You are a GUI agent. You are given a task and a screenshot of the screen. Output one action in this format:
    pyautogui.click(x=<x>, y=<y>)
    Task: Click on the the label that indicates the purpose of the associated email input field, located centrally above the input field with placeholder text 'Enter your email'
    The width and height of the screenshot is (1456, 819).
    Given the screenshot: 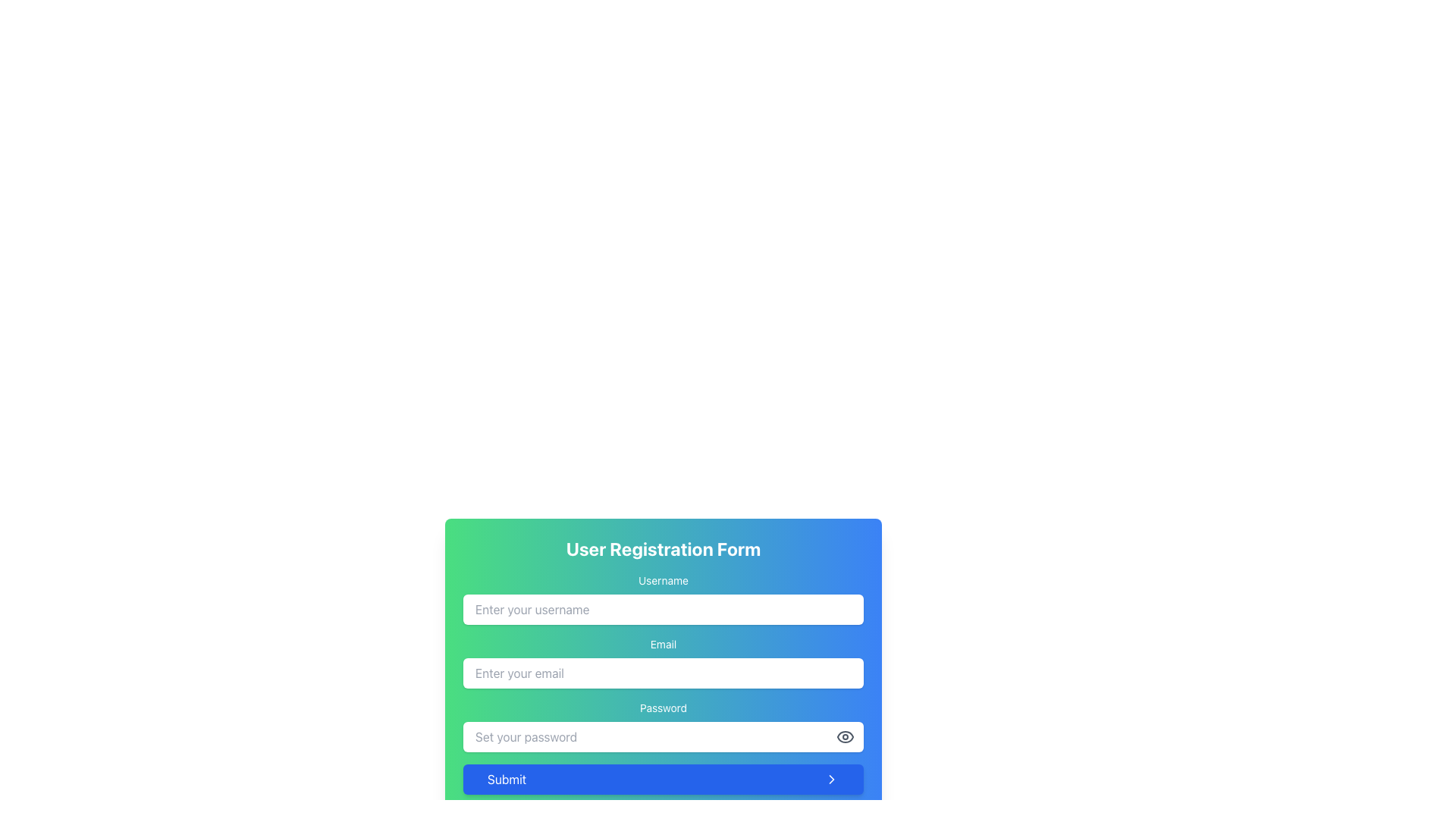 What is the action you would take?
    pyautogui.click(x=663, y=644)
    